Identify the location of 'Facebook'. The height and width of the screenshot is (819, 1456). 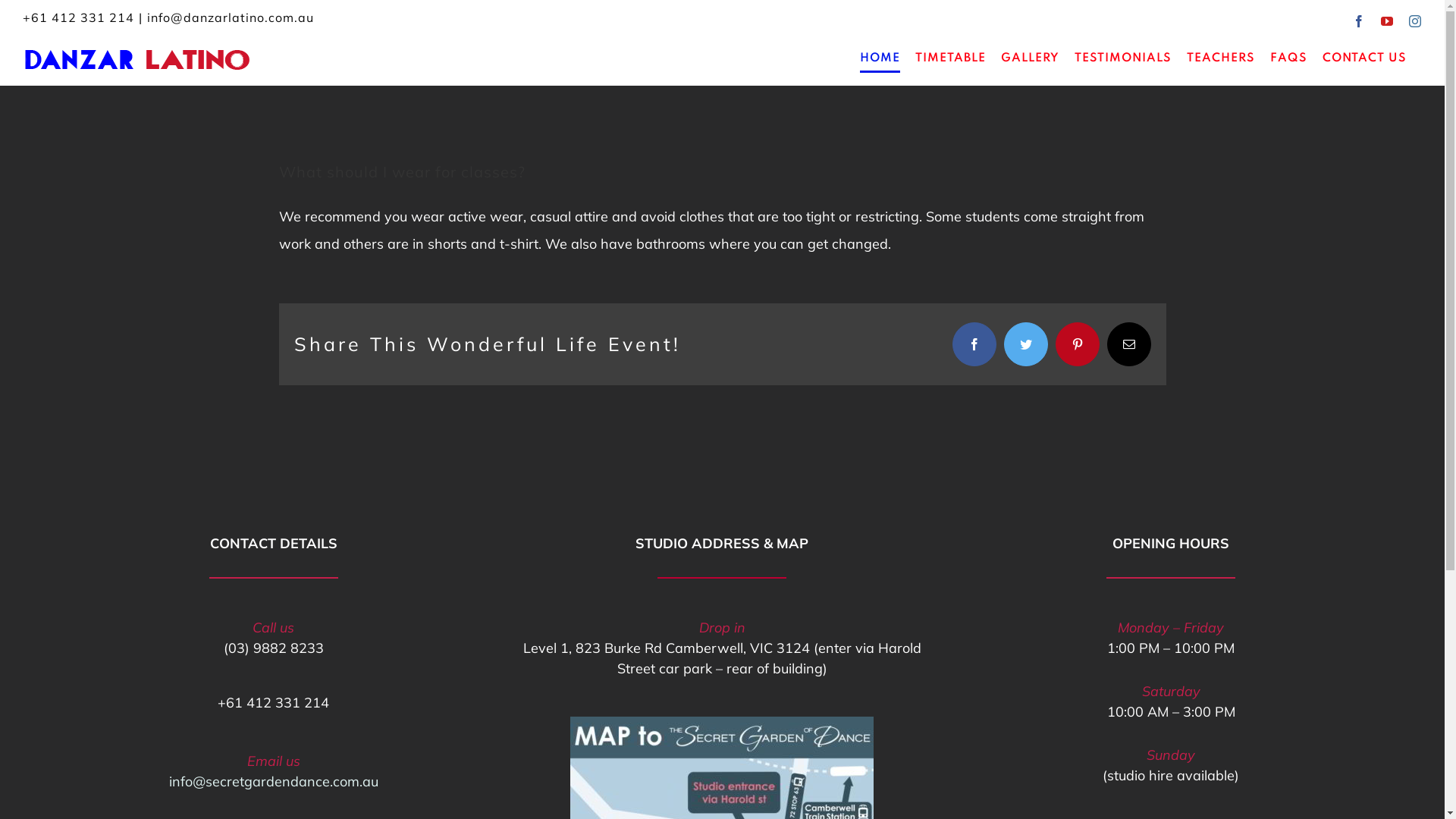
(952, 344).